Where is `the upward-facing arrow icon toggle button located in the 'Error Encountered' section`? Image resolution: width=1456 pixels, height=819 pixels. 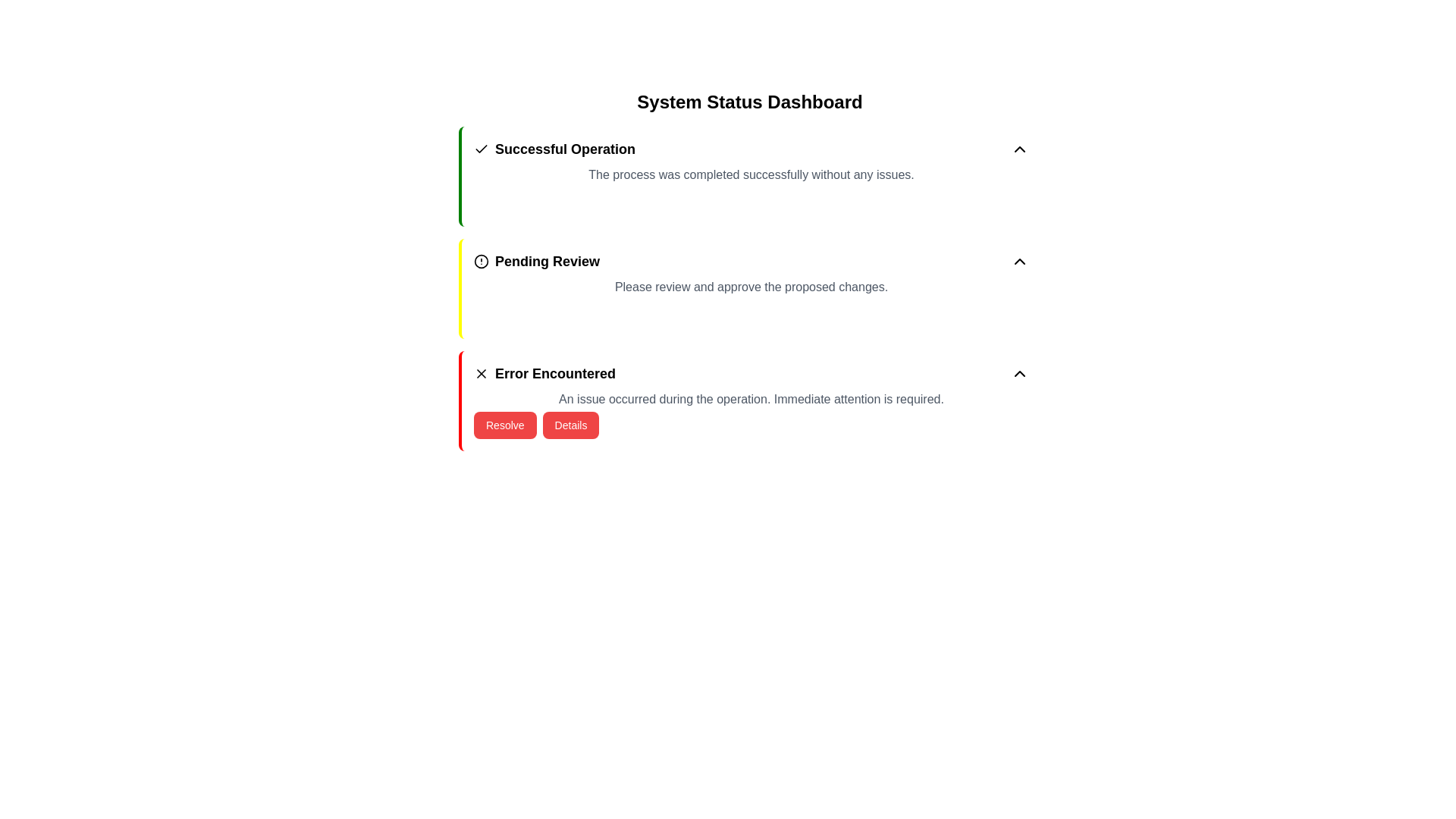
the upward-facing arrow icon toggle button located in the 'Error Encountered' section is located at coordinates (1019, 374).